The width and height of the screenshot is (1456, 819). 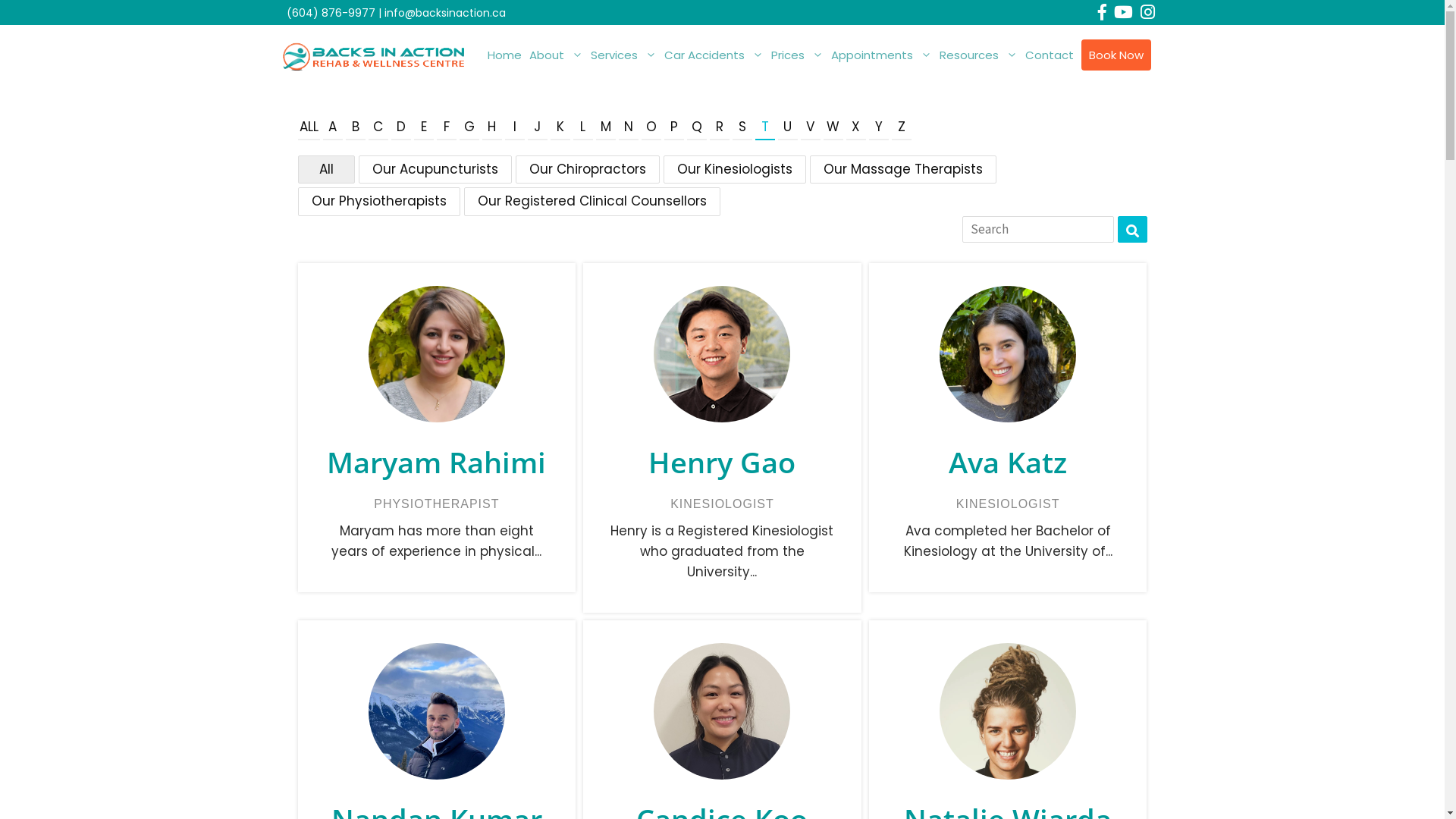 What do you see at coordinates (1115, 55) in the screenshot?
I see `'Book Now'` at bounding box center [1115, 55].